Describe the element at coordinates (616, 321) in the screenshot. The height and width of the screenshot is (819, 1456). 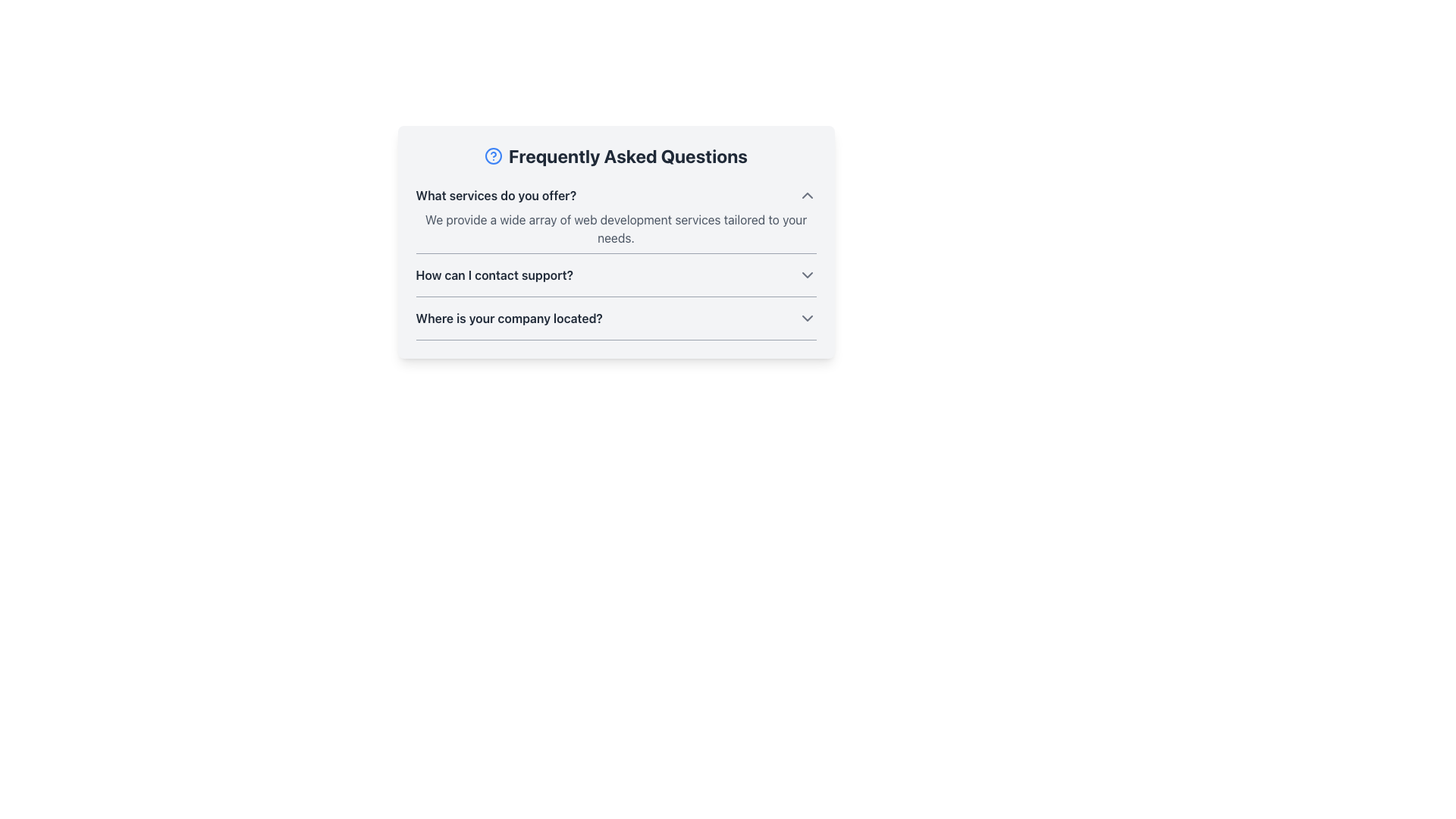
I see `the interactive FAQ question row displaying the question 'Where is your company located?'` at that location.